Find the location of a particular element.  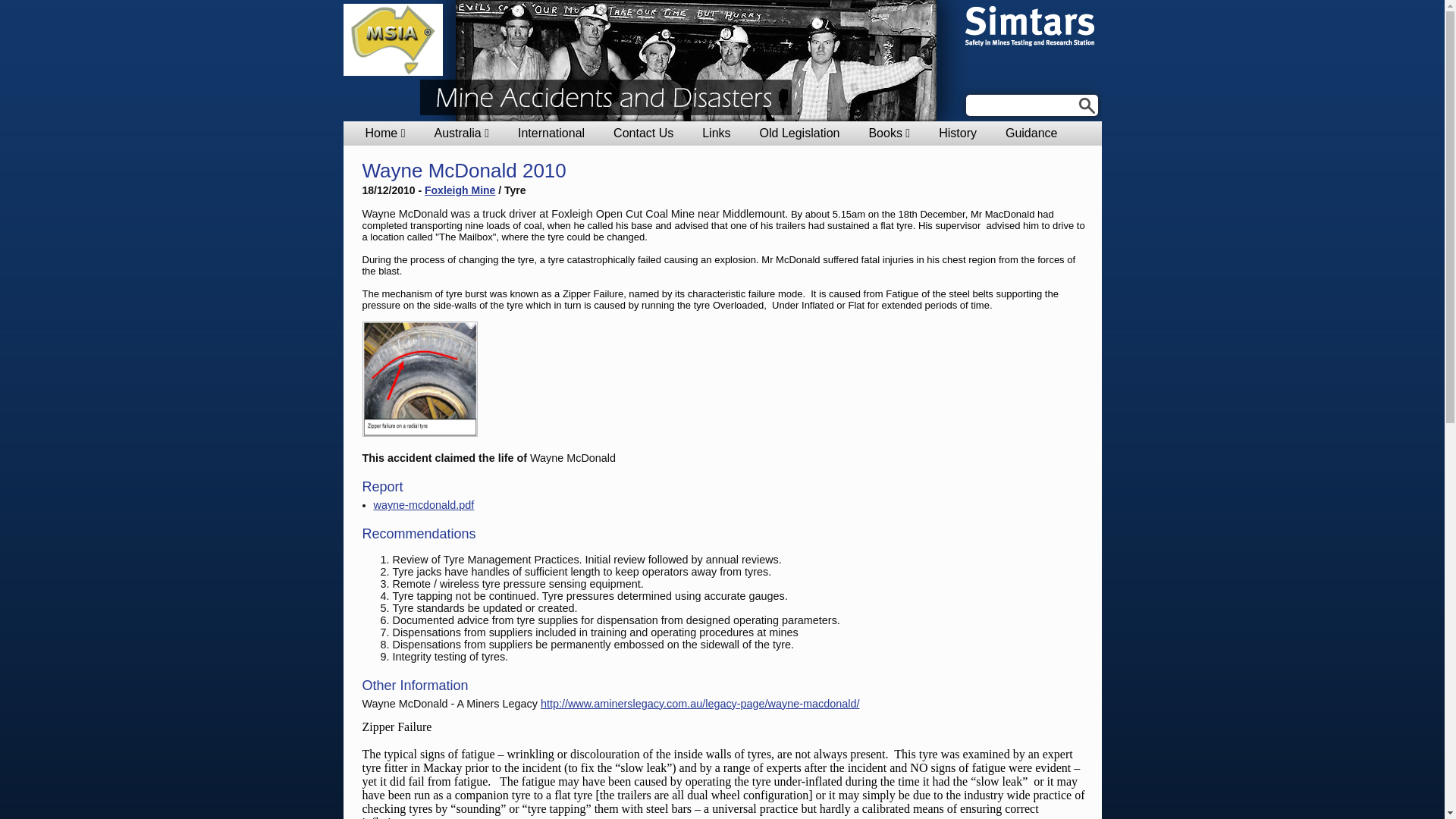

'Recommendations' is located at coordinates (419, 533).